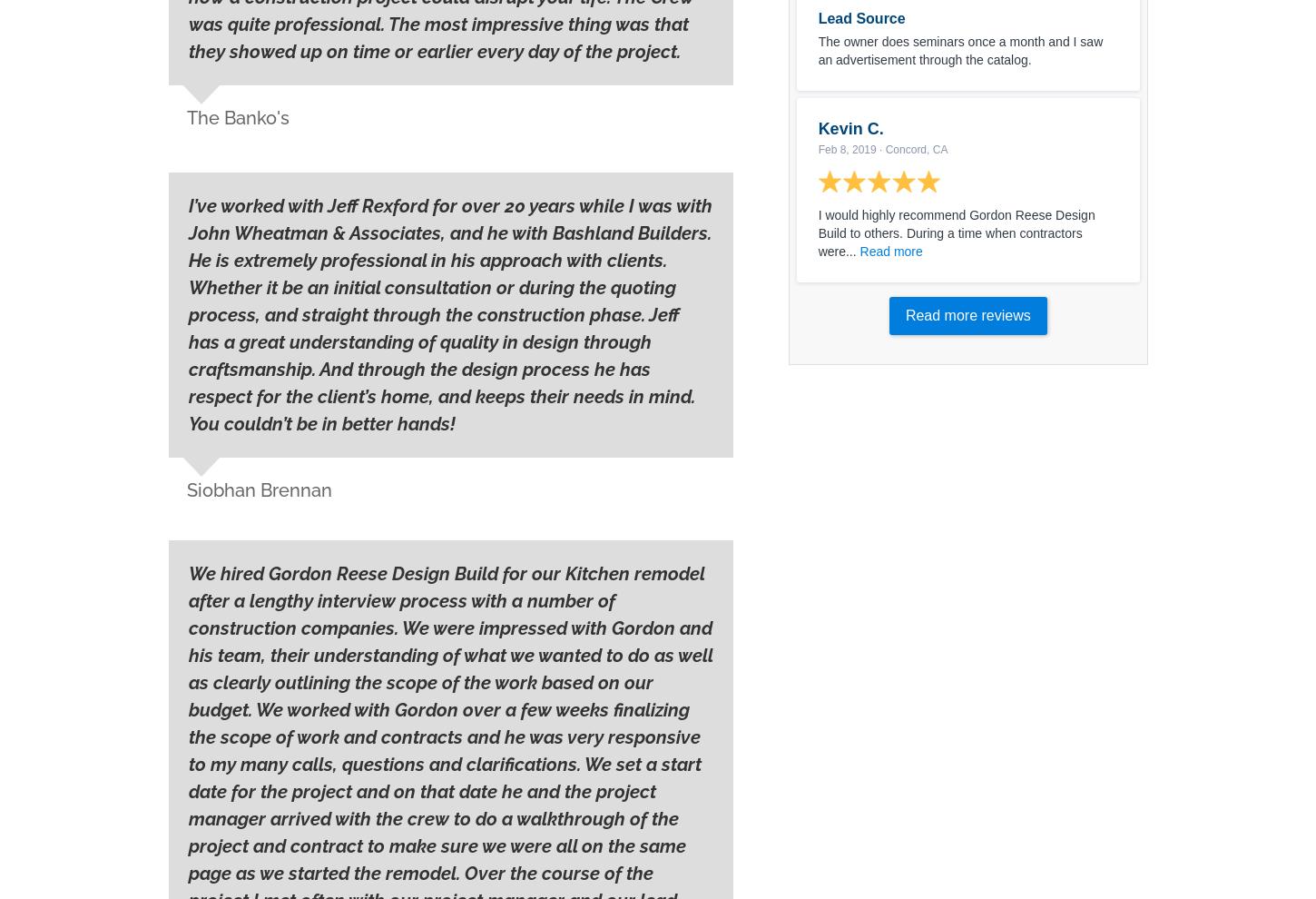 The height and width of the screenshot is (899, 1316). Describe the element at coordinates (817, 50) in the screenshot. I see `'The owner does seminars once a month and I saw an advertisement through the catalog.'` at that location.